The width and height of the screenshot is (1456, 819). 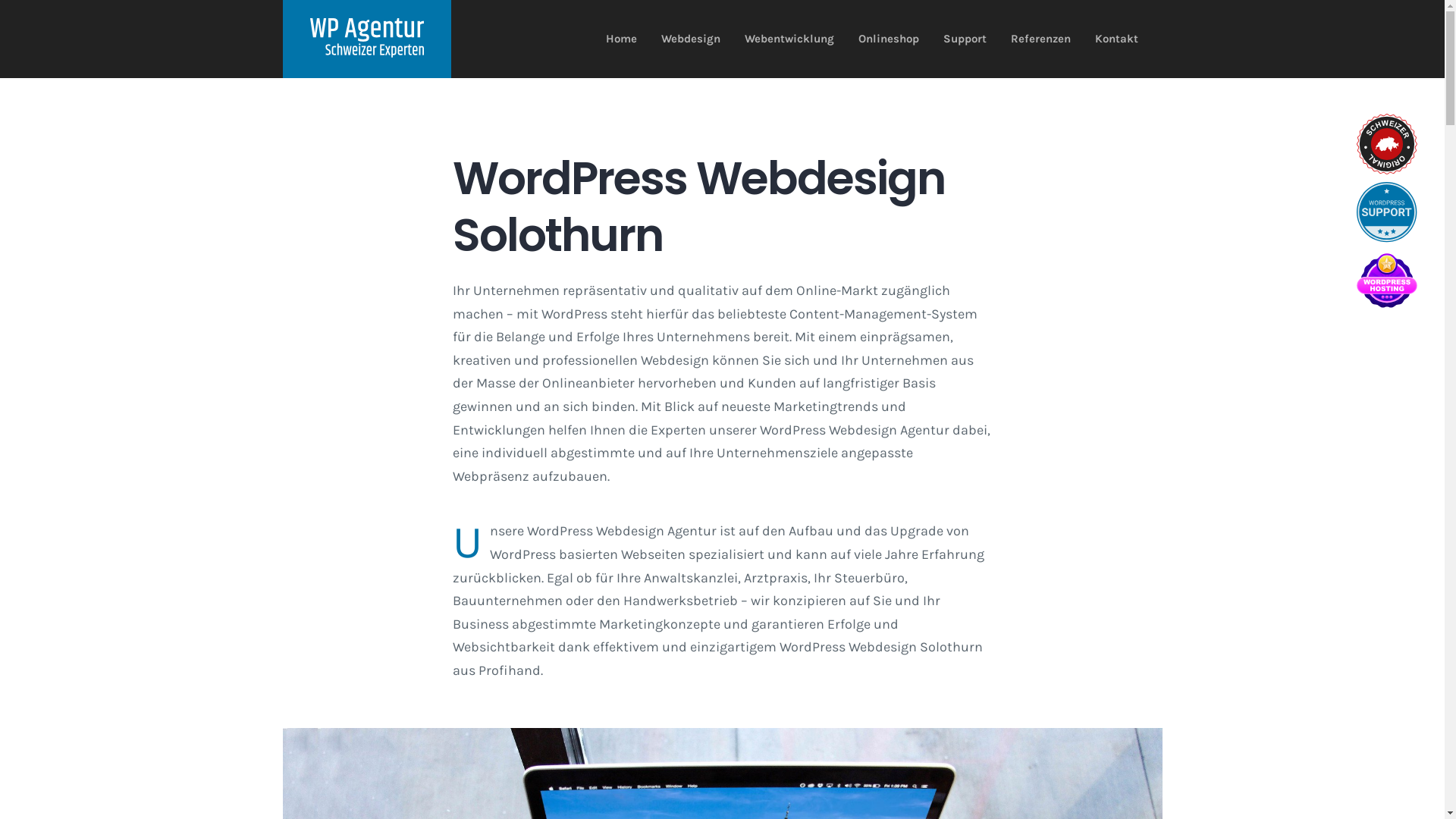 What do you see at coordinates (1039, 38) in the screenshot?
I see `'Referenzen'` at bounding box center [1039, 38].